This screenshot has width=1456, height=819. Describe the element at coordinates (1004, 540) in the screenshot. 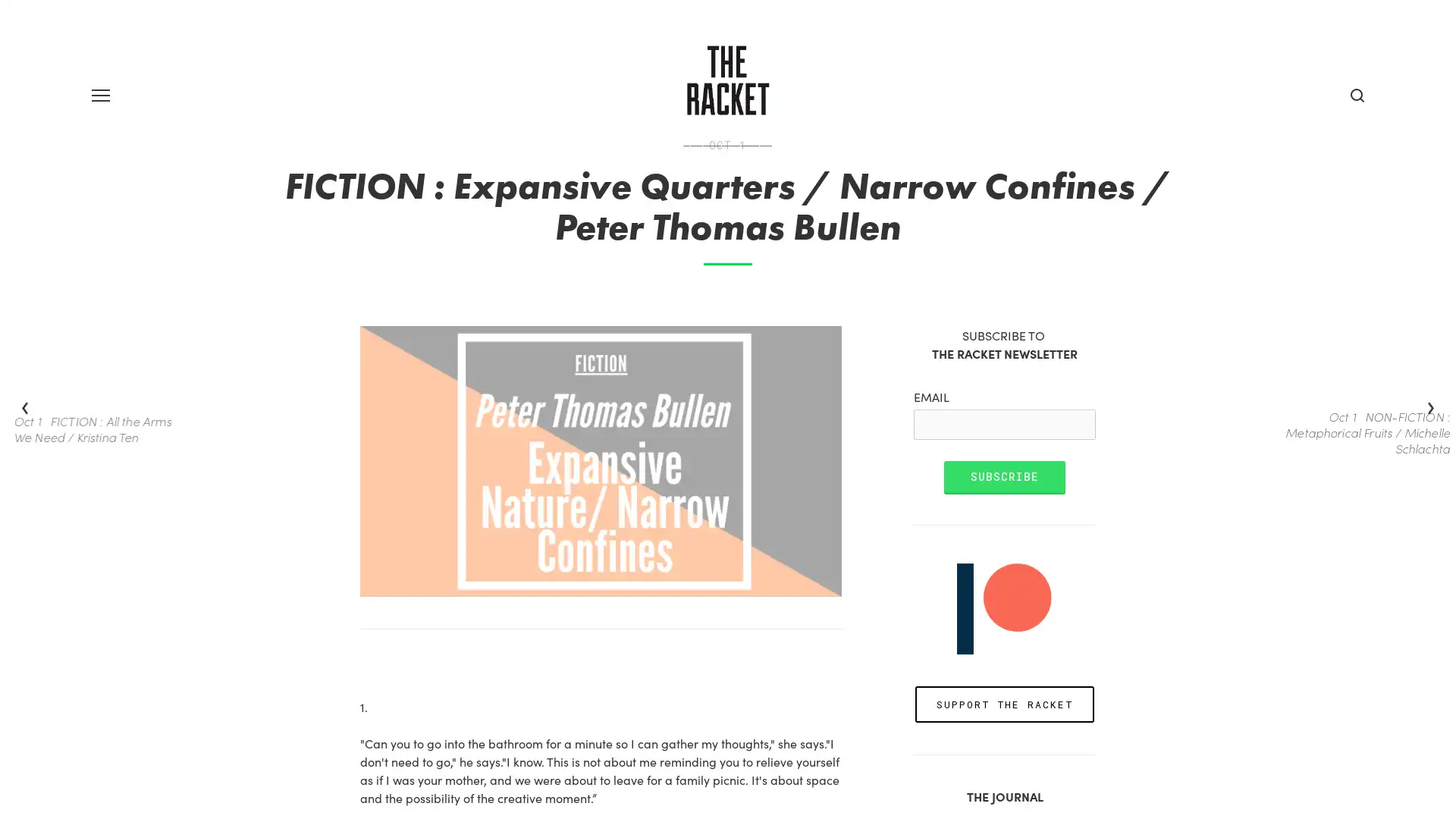

I see `SUBSCRIBE` at that location.